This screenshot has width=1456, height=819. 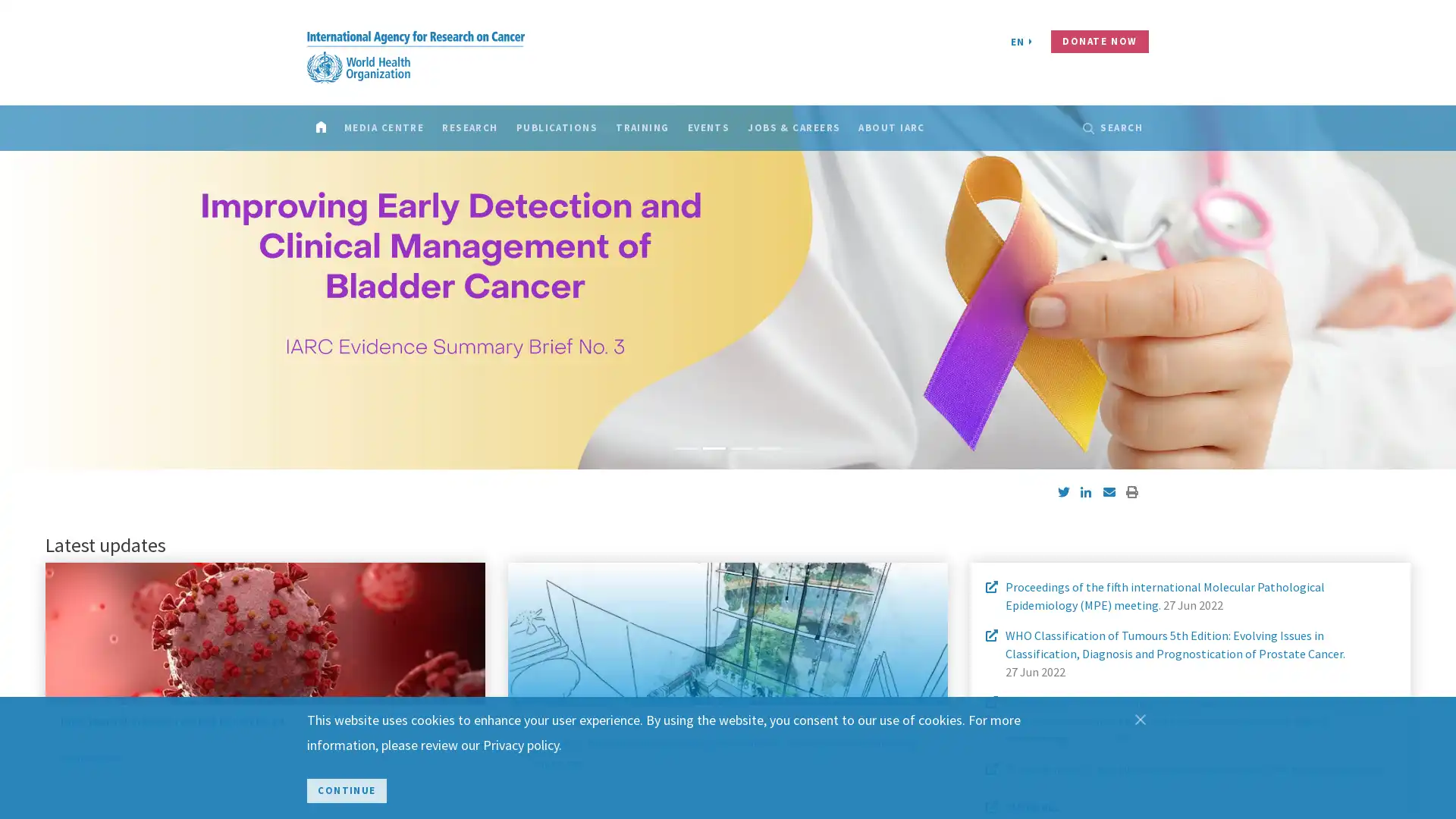 I want to click on Goto Slide 4, so click(x=768, y=447).